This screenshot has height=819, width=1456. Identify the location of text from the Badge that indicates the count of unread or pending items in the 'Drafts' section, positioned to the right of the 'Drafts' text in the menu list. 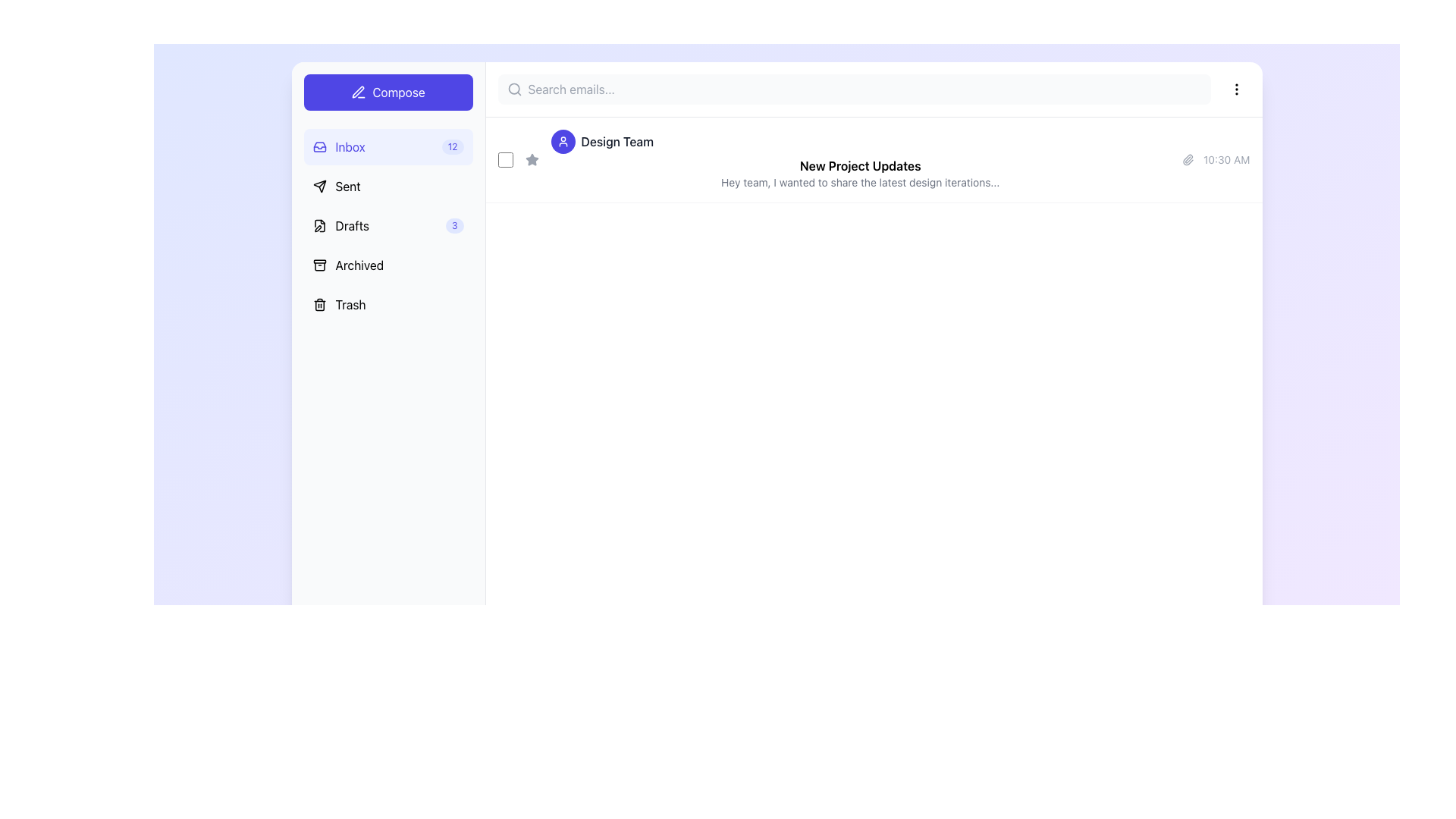
(453, 225).